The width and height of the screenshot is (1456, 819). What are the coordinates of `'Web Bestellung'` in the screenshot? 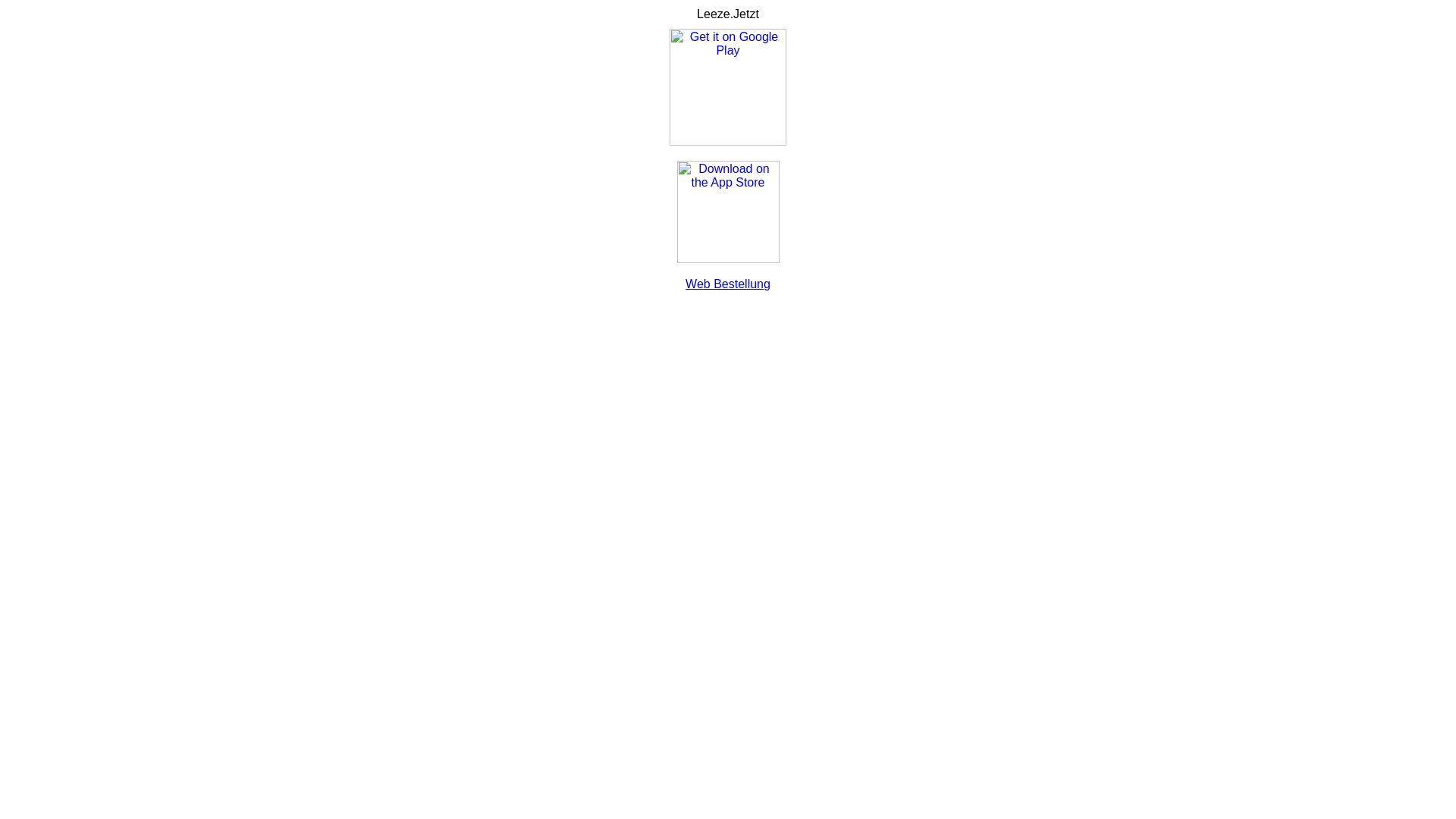 It's located at (728, 284).